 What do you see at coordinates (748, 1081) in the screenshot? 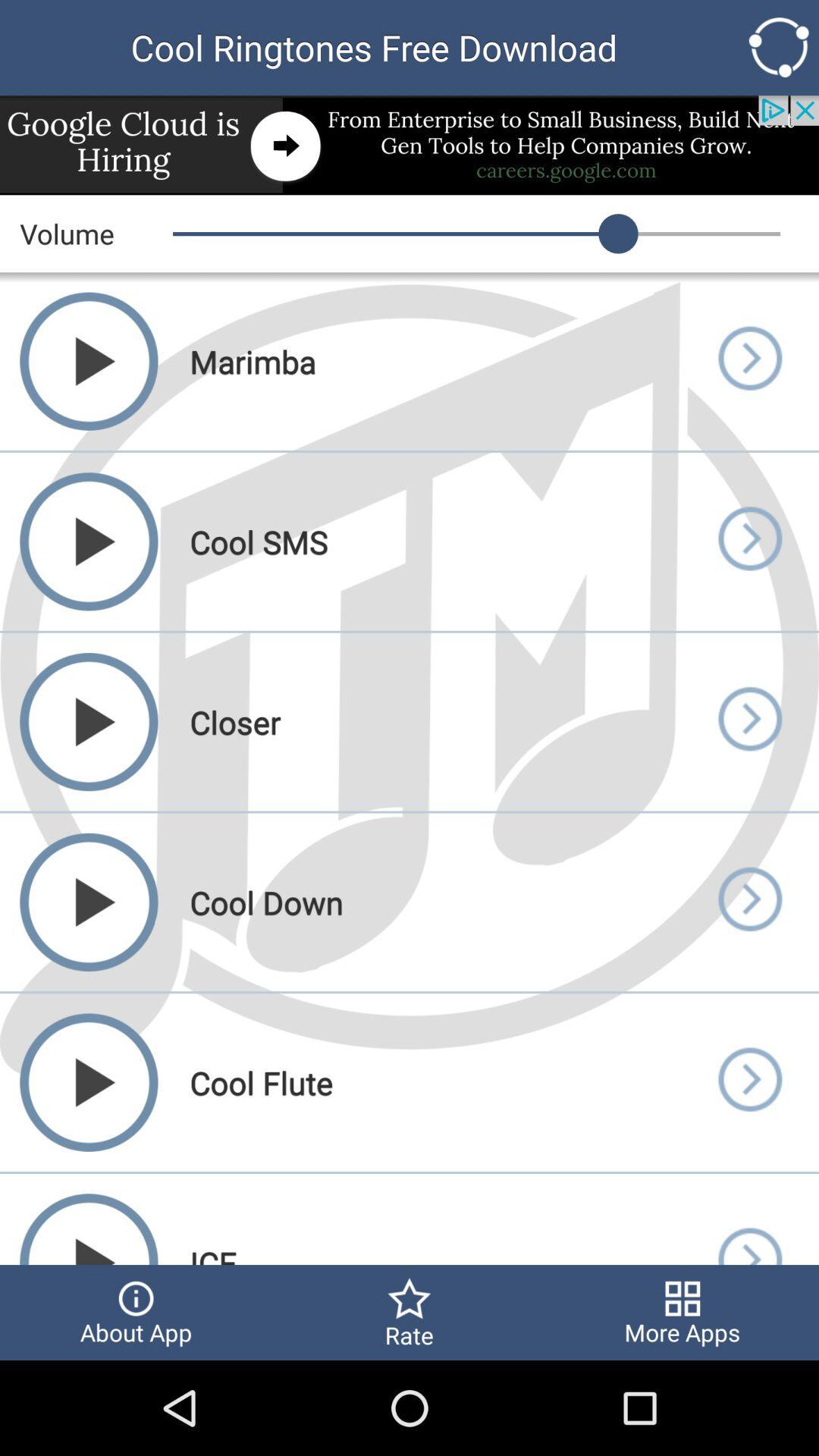
I see `next page` at bounding box center [748, 1081].